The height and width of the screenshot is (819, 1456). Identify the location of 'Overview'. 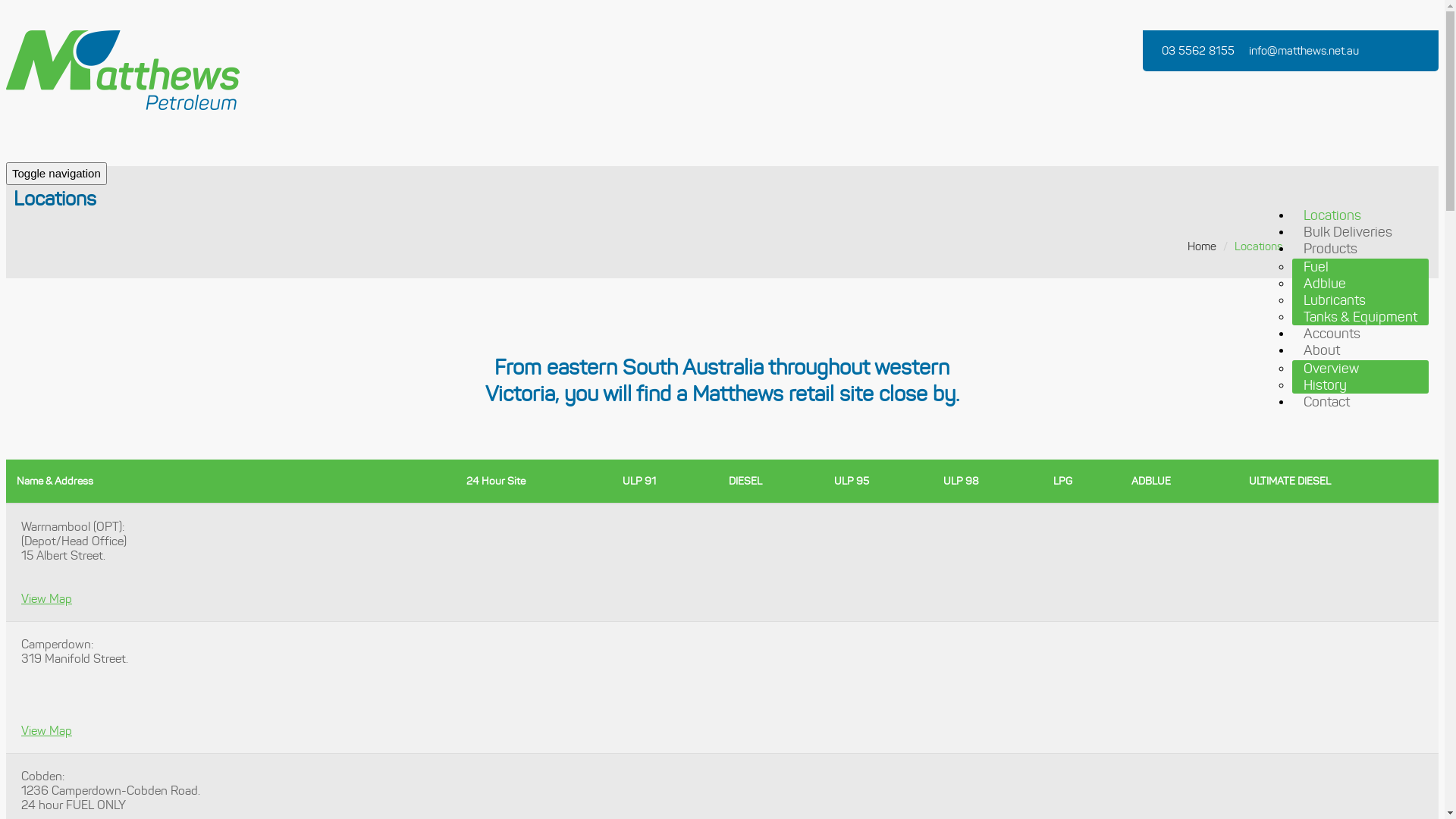
(1330, 369).